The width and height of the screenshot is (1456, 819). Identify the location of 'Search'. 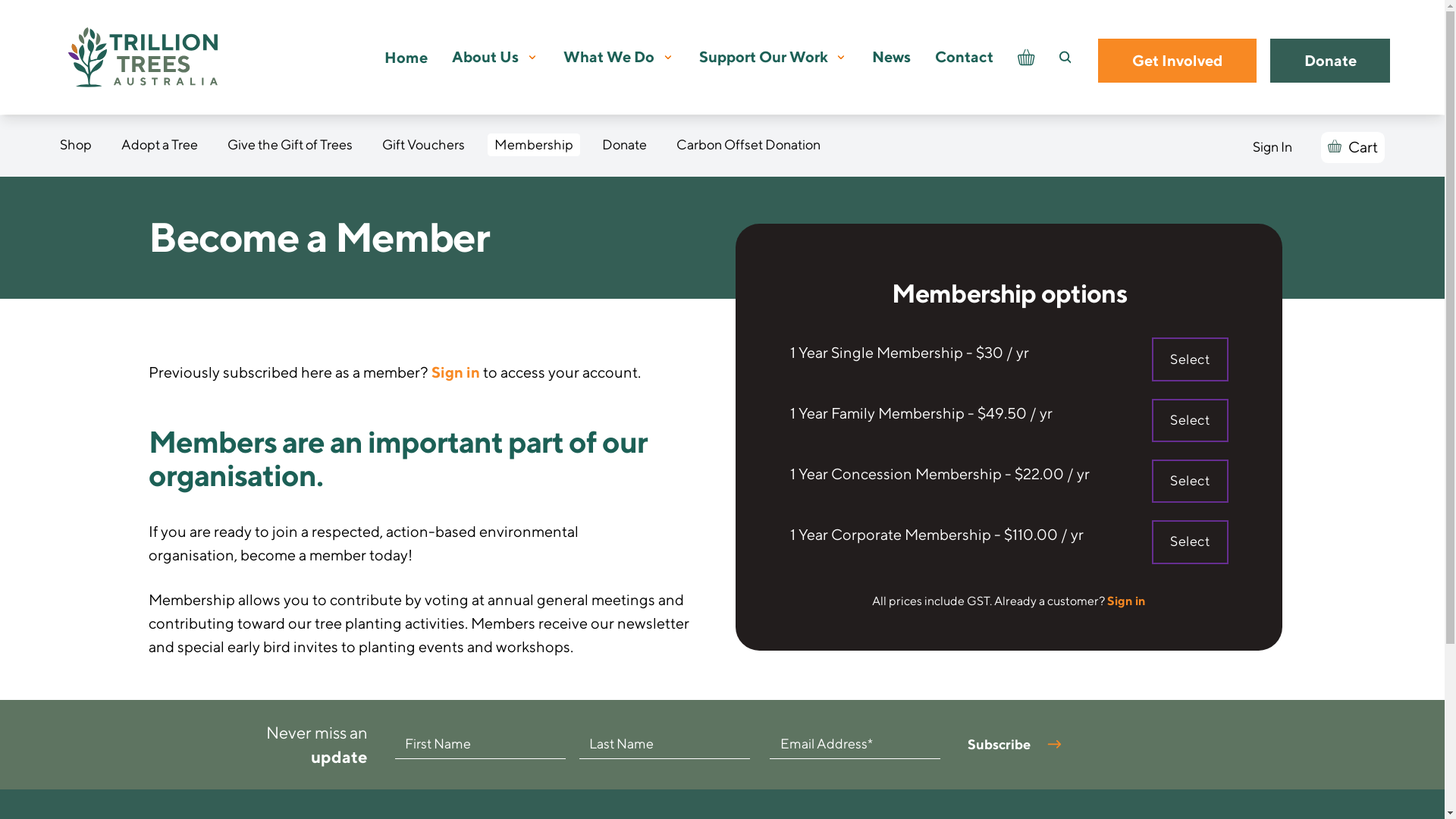
(1058, 57).